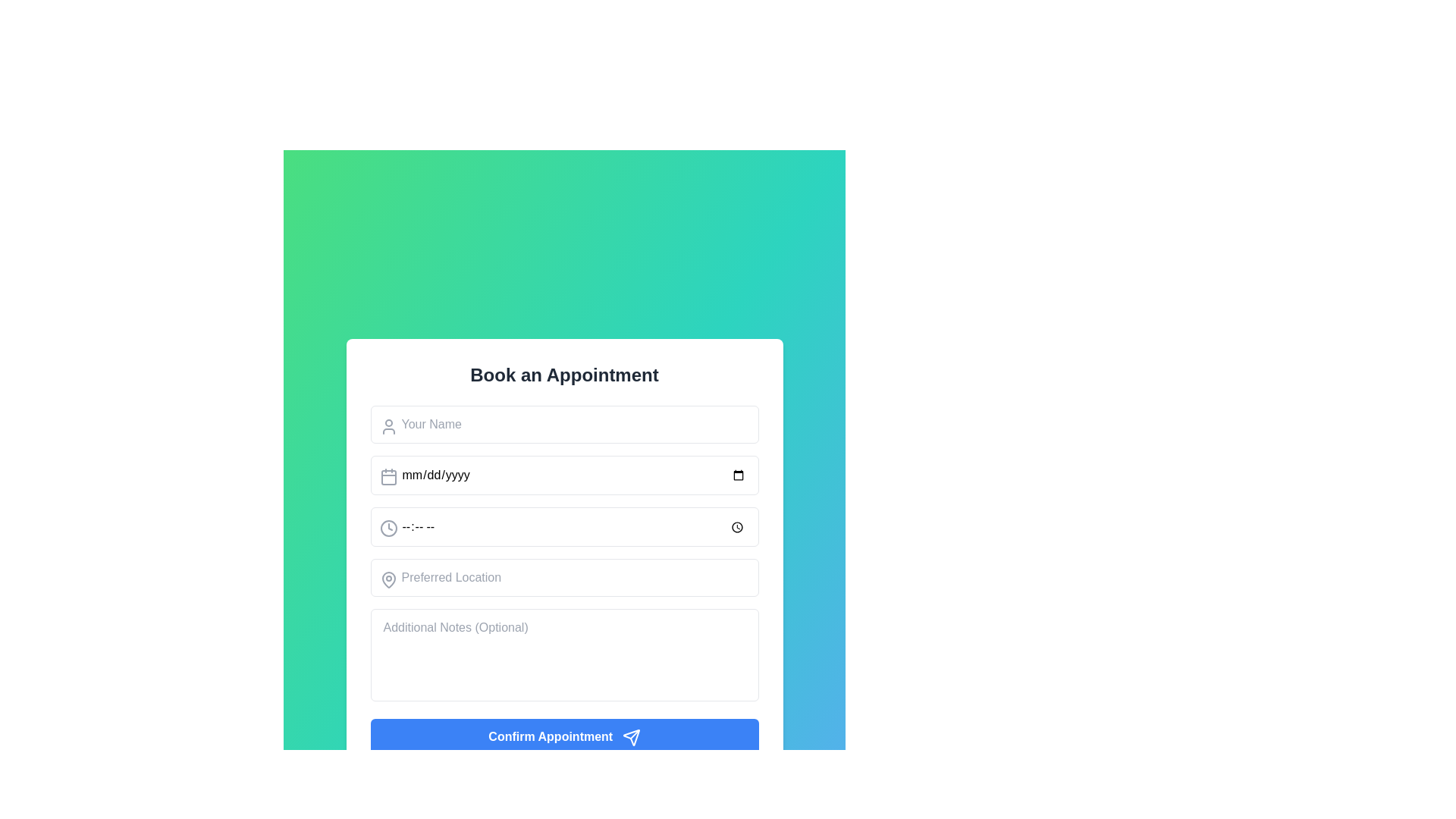 The image size is (1456, 819). Describe the element at coordinates (563, 526) in the screenshot. I see `the Time input field located within the 'Book an Appointment' form to focus on it` at that location.